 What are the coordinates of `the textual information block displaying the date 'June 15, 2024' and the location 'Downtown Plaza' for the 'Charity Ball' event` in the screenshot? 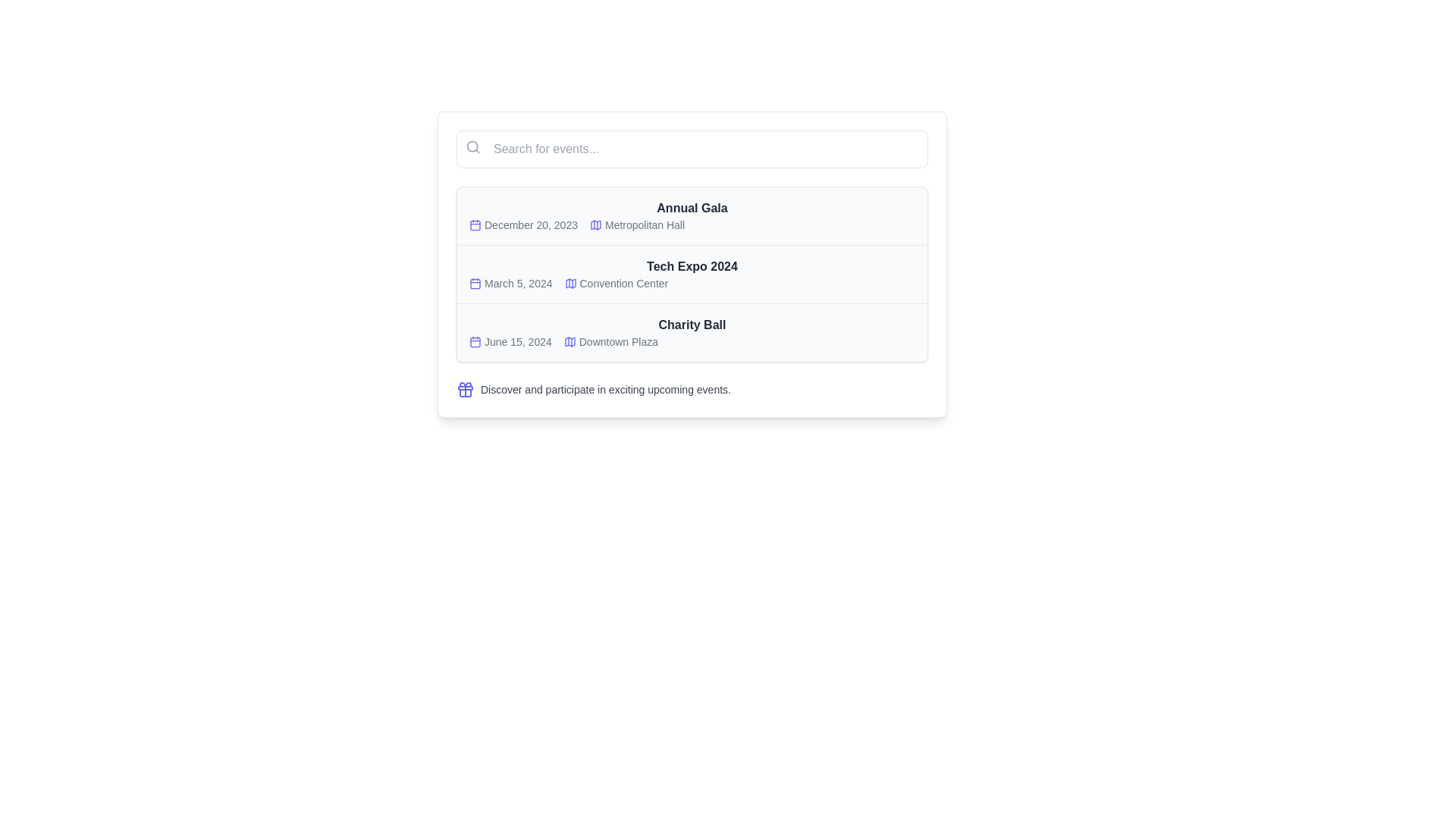 It's located at (691, 342).